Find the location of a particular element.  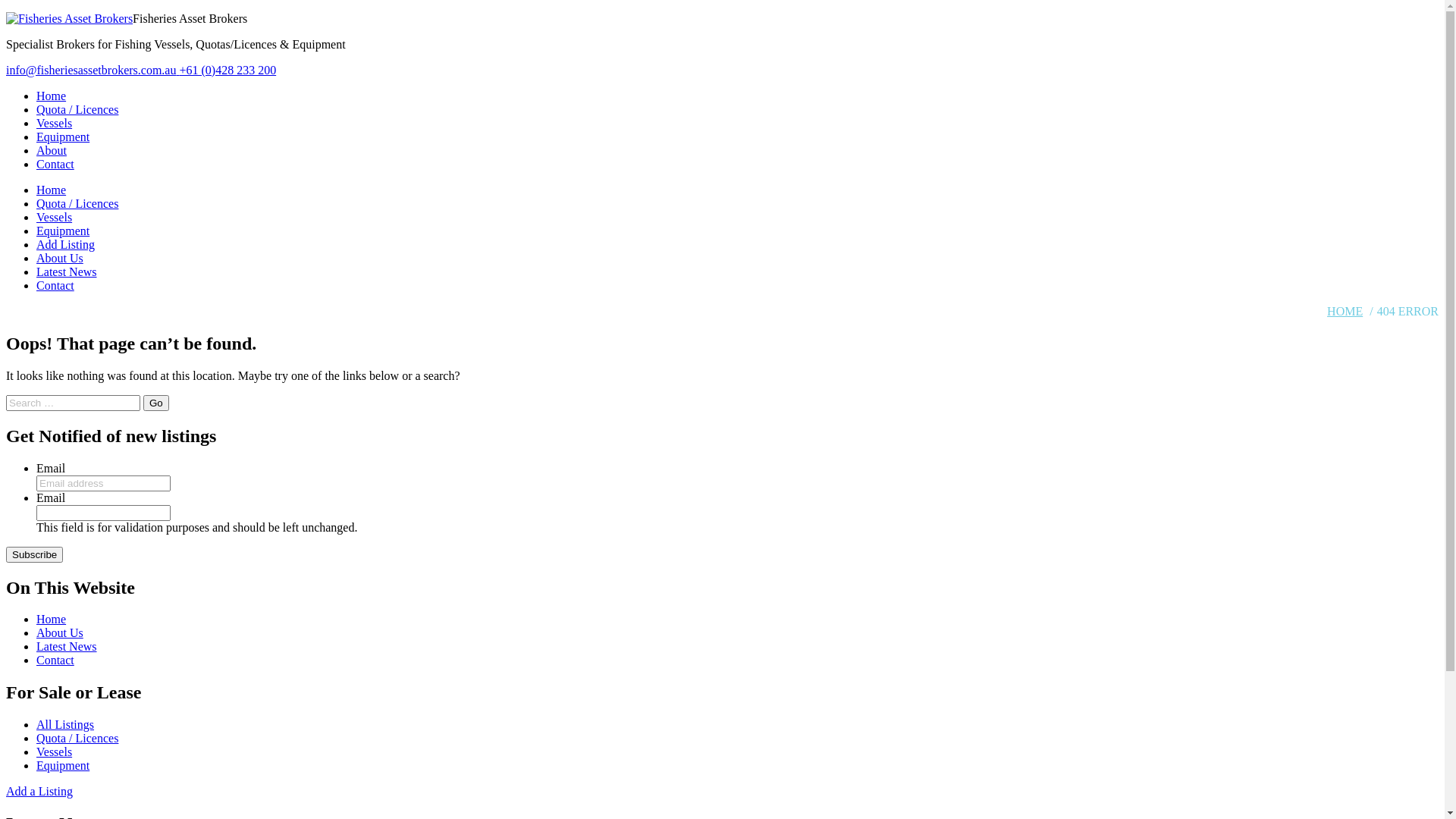

'Equipment' is located at coordinates (61, 231).